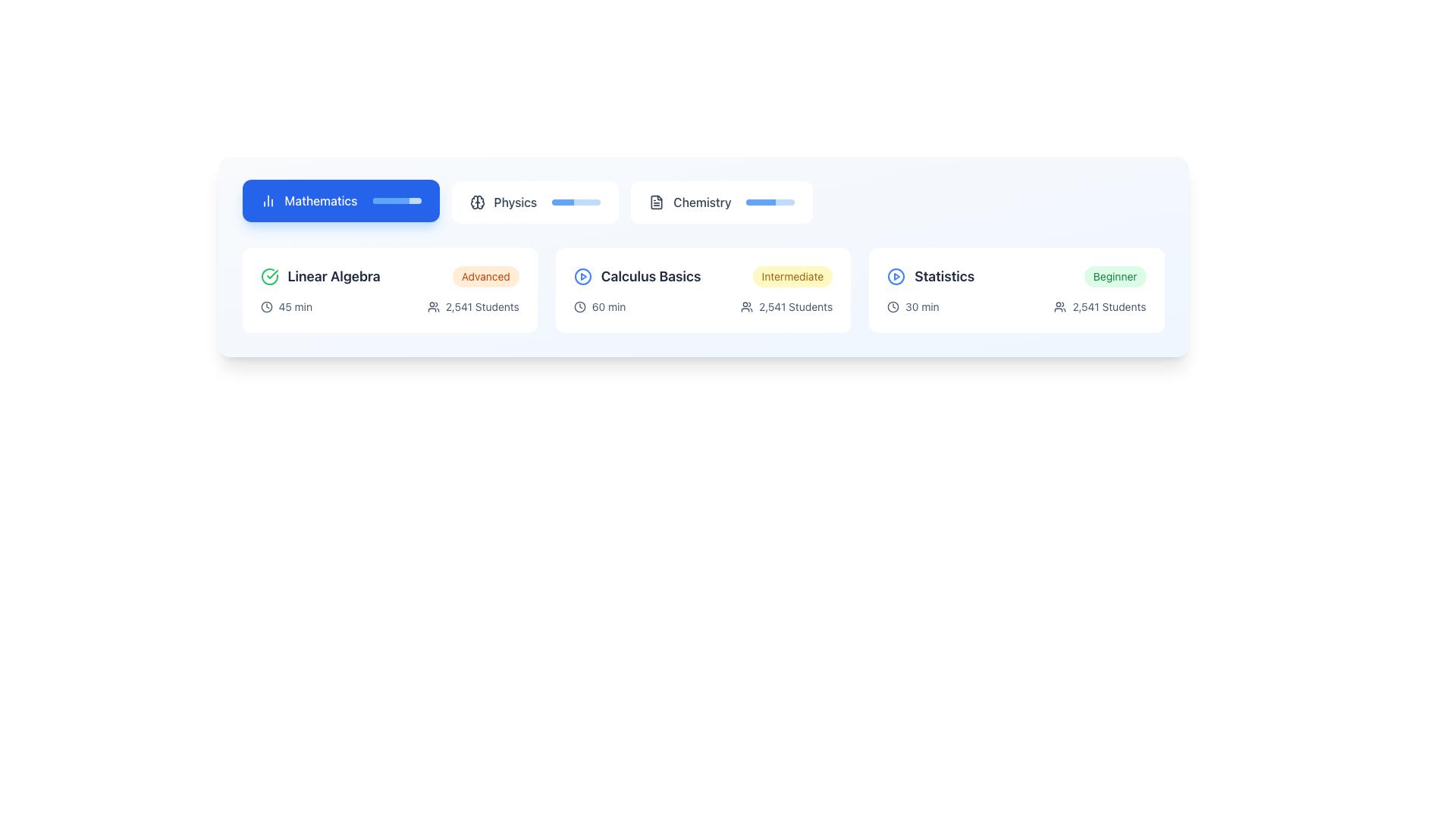 This screenshot has width=1456, height=819. I want to click on the text label displaying 'Statistics' in bold, large dark gray font, located at the bottom right of the 'Statistics' course card, so click(943, 277).